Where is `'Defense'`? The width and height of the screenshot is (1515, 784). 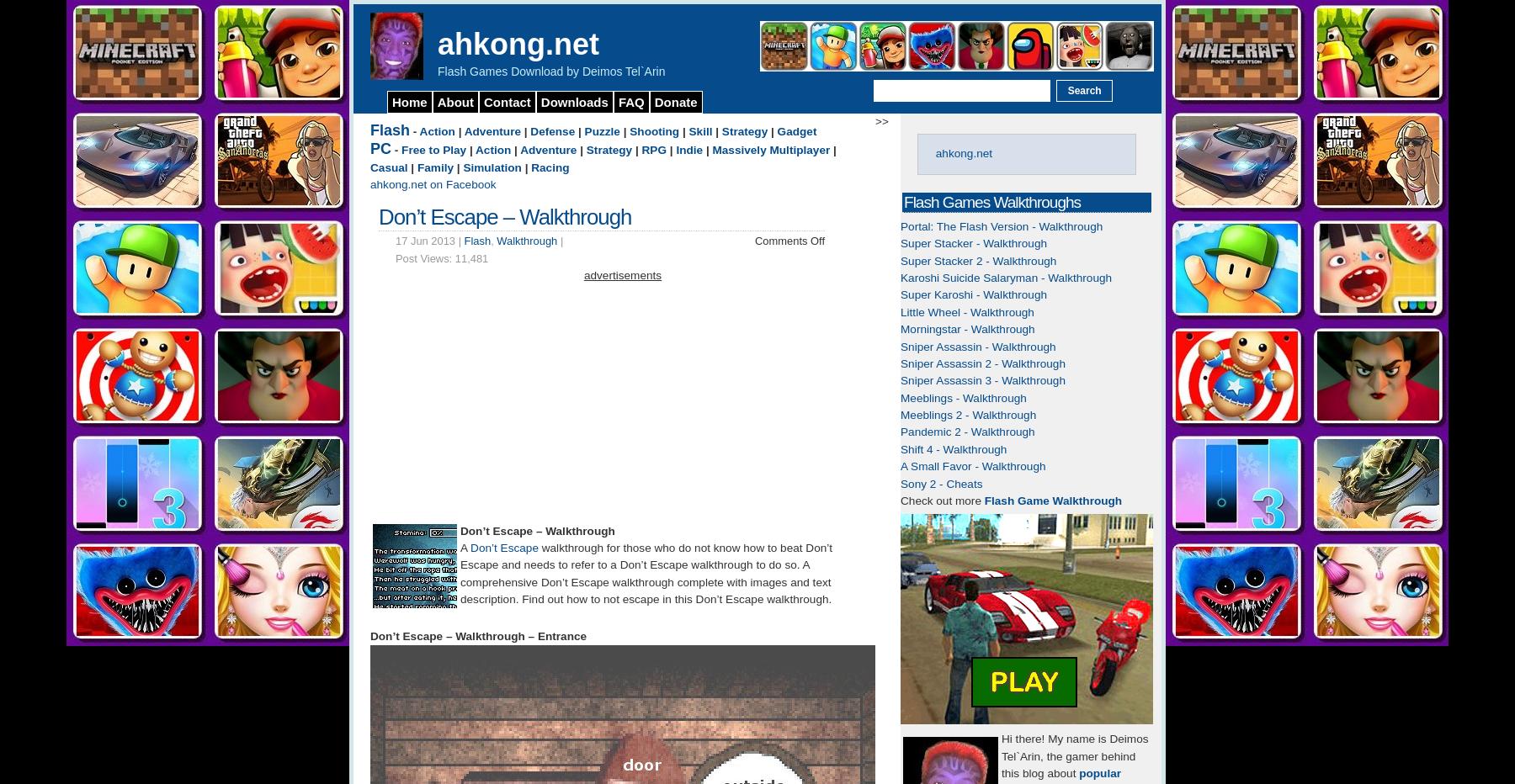 'Defense' is located at coordinates (552, 130).